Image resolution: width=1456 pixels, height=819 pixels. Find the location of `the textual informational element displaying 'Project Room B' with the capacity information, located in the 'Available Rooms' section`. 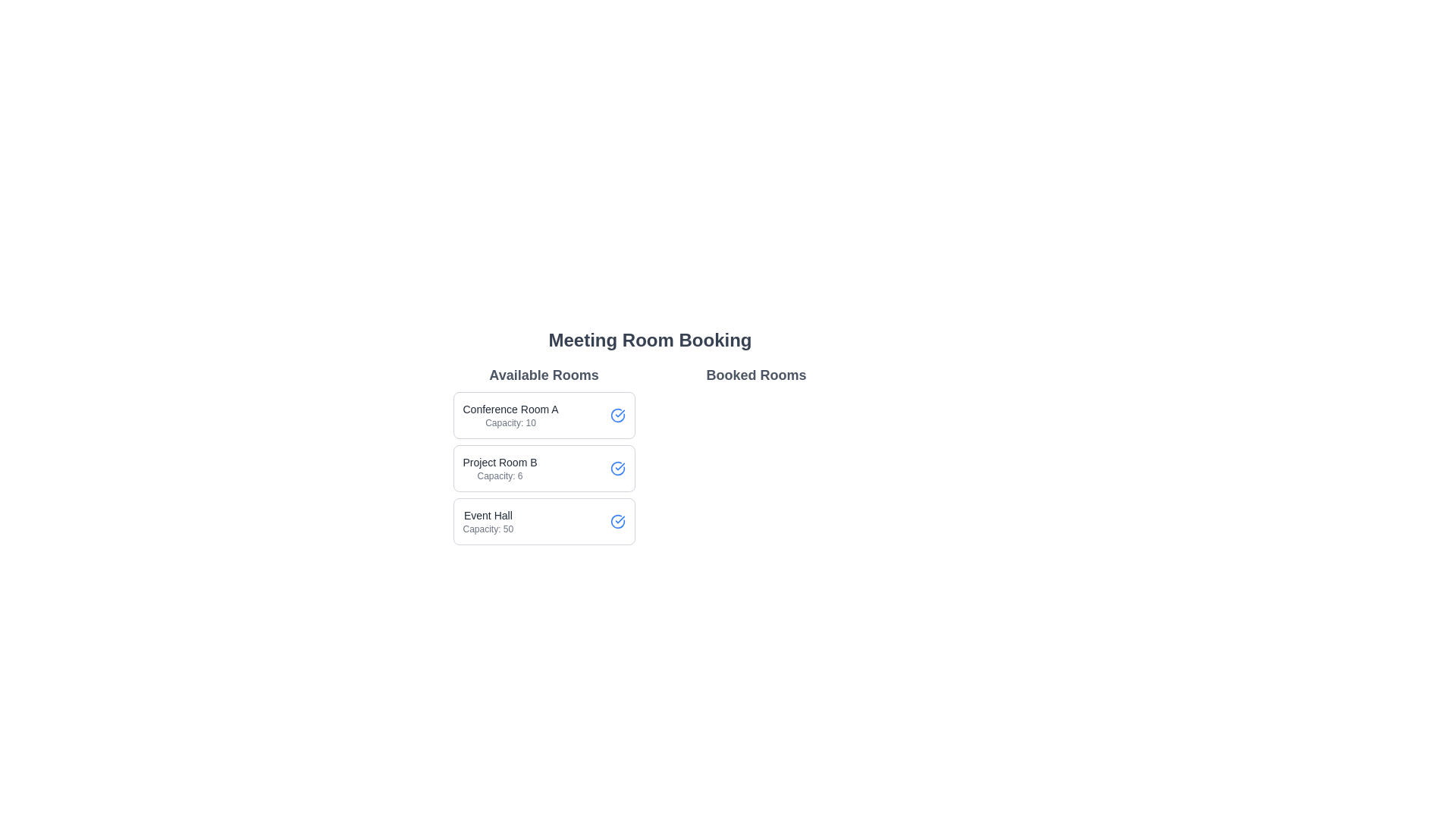

the textual informational element displaying 'Project Room B' with the capacity information, located in the 'Available Rooms' section is located at coordinates (500, 467).